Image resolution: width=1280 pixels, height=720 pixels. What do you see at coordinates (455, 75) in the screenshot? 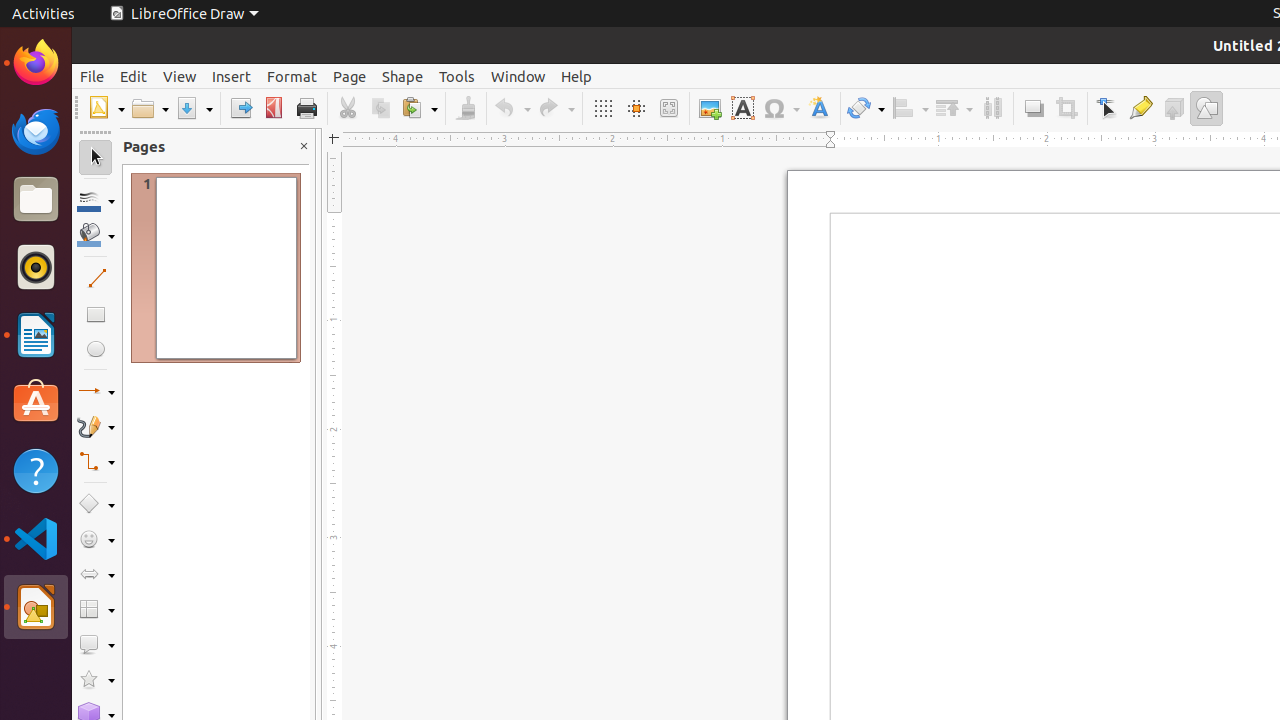
I see `'Tools'` at bounding box center [455, 75].